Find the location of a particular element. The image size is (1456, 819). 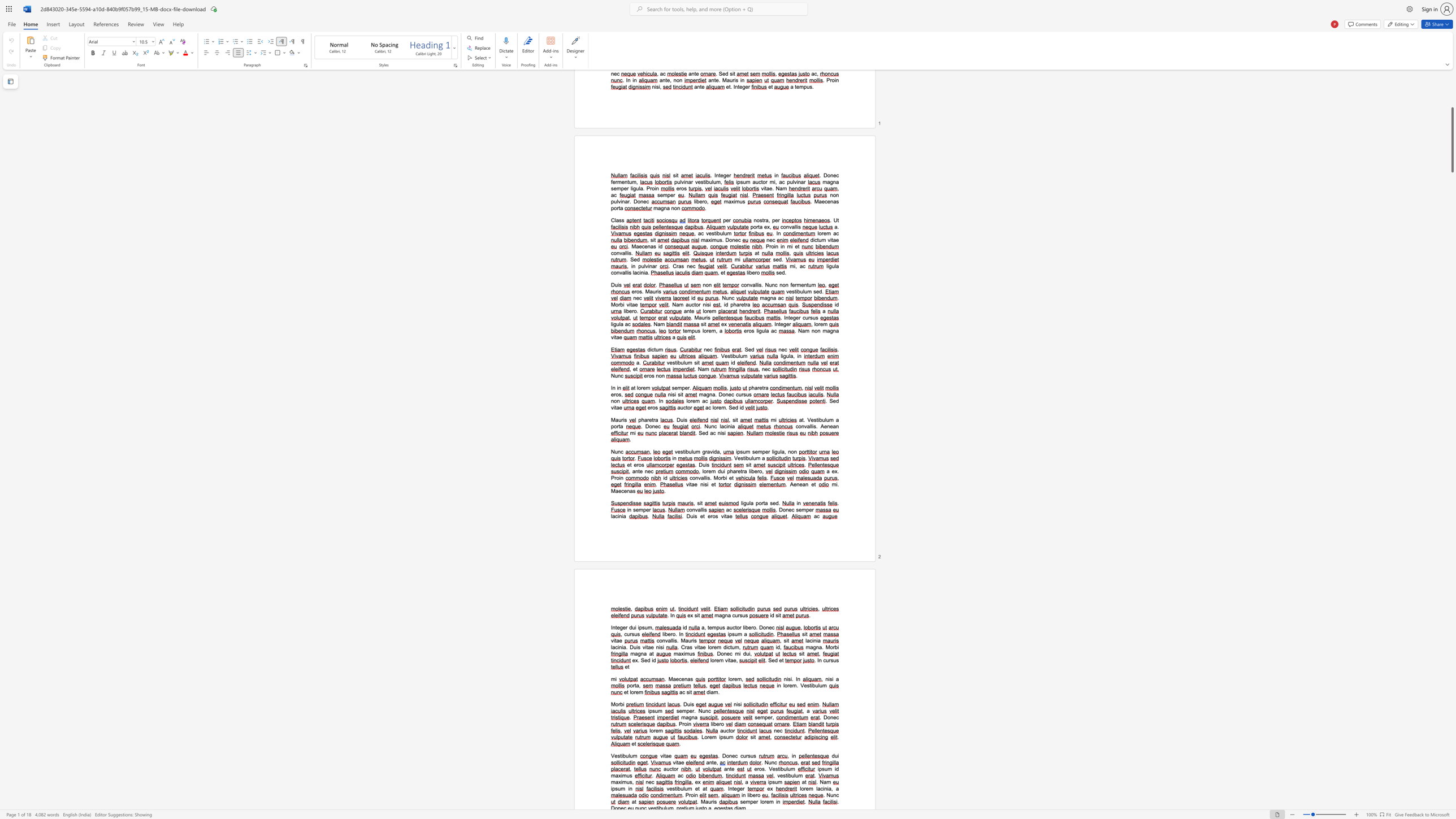

the 1th character "m" in the text is located at coordinates (737, 654).